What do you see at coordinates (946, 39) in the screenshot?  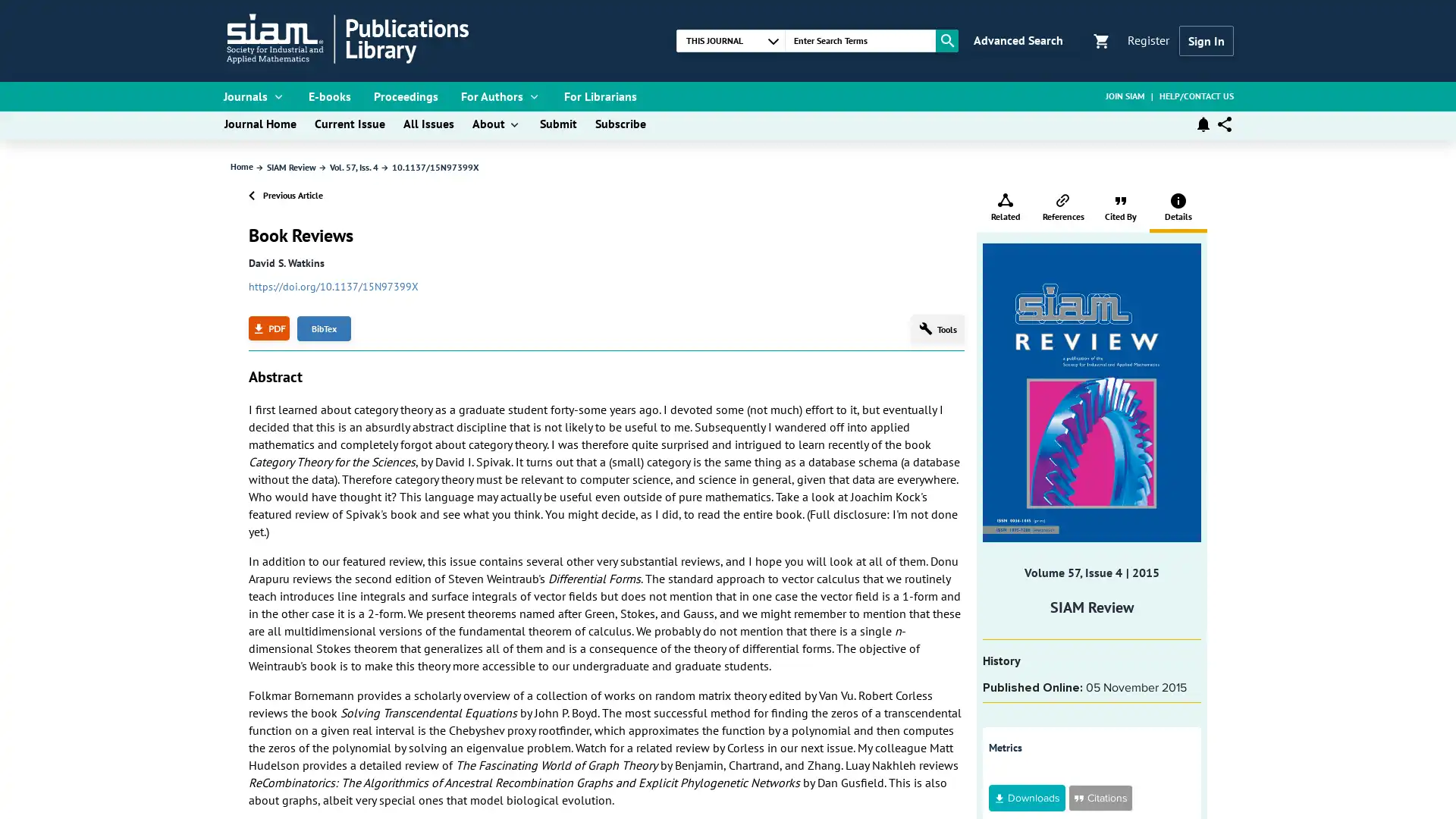 I see `Search` at bounding box center [946, 39].